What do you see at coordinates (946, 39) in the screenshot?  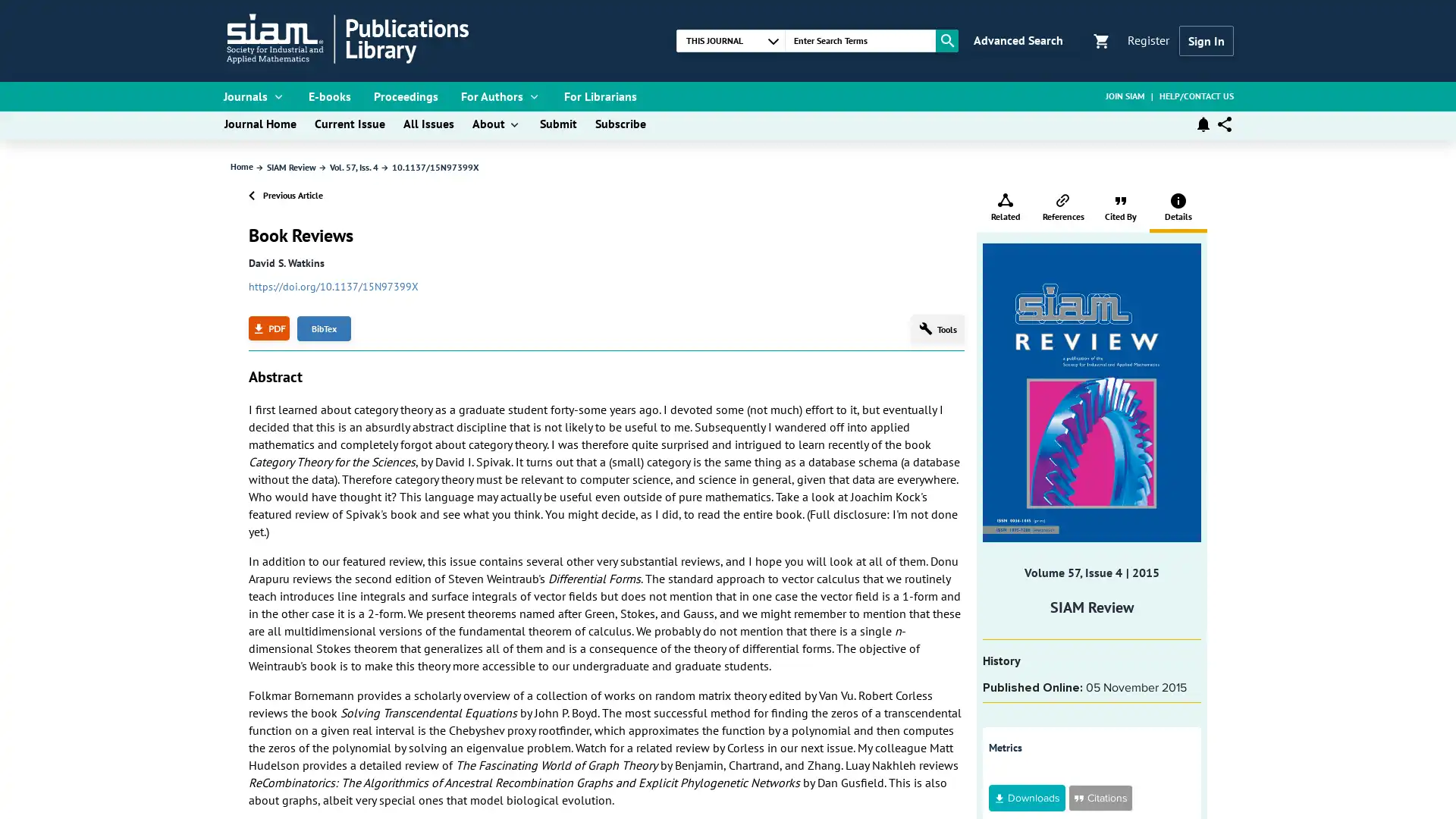 I see `Search` at bounding box center [946, 39].